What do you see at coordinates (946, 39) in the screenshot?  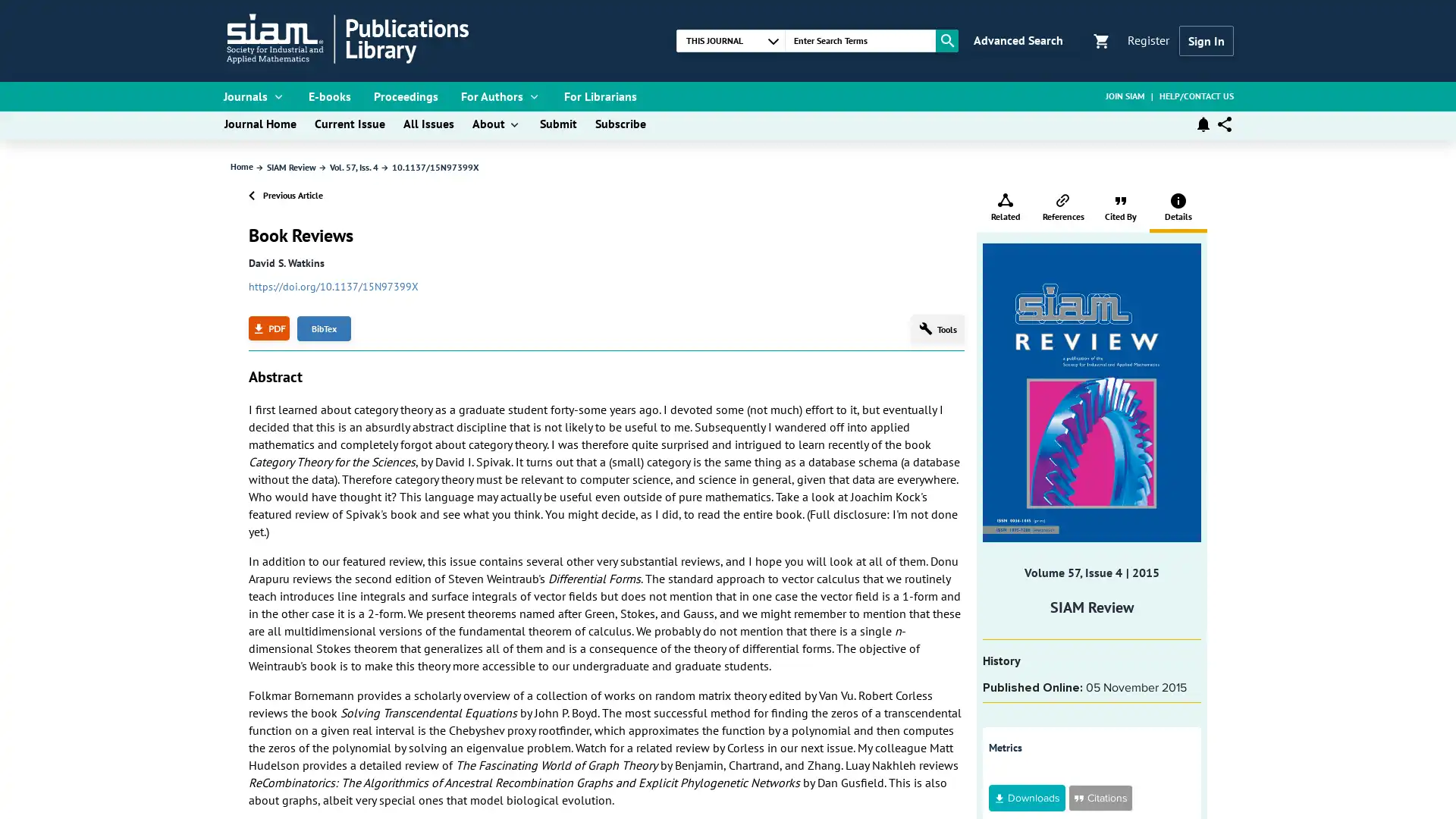 I see `Search` at bounding box center [946, 39].